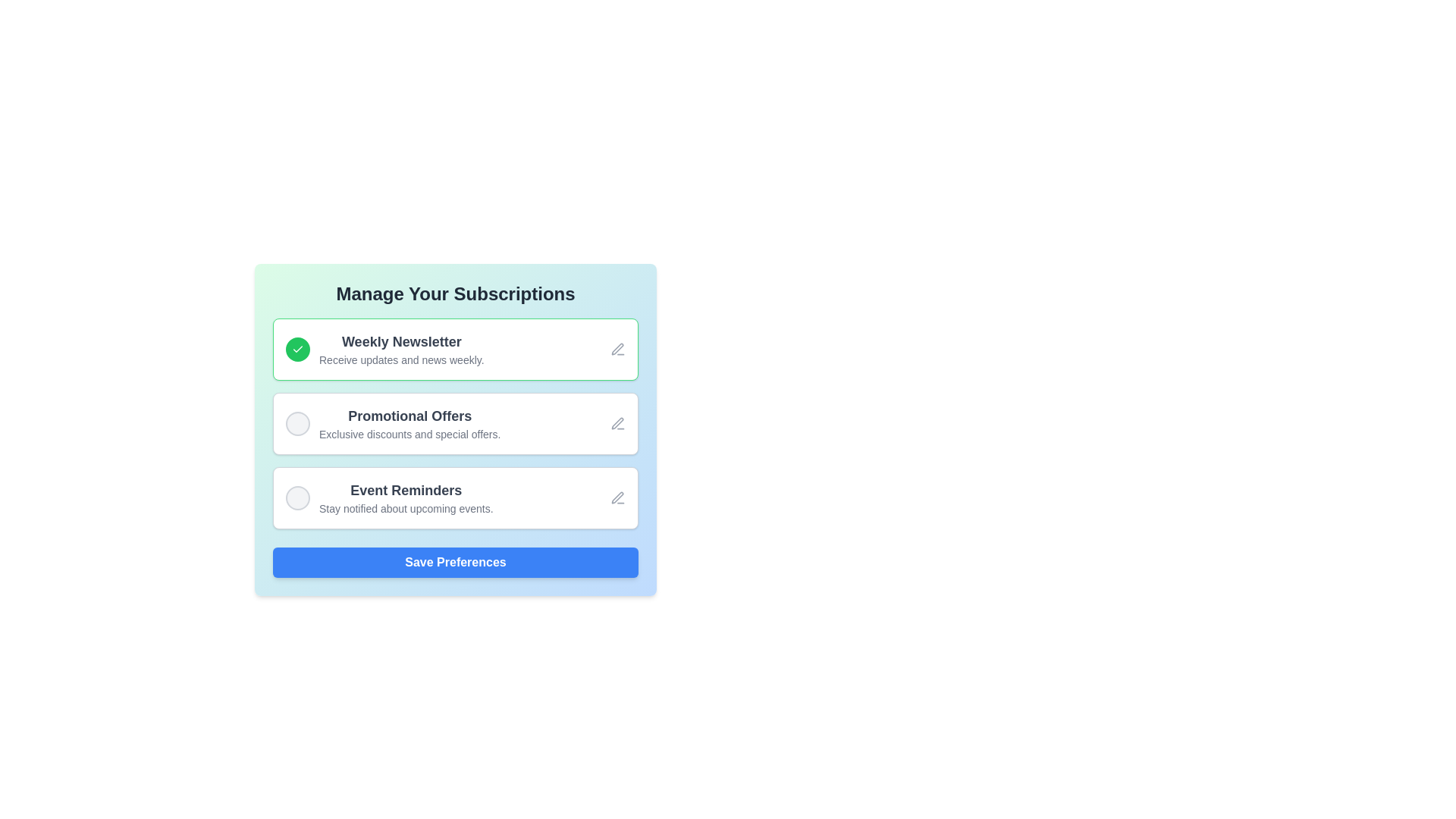 This screenshot has height=819, width=1456. I want to click on on the subscription option for event reminders, which includes a circular selection indicator and an edit icon, located below 'Promotional Offers' and above the 'Save Preferences' button, so click(389, 497).